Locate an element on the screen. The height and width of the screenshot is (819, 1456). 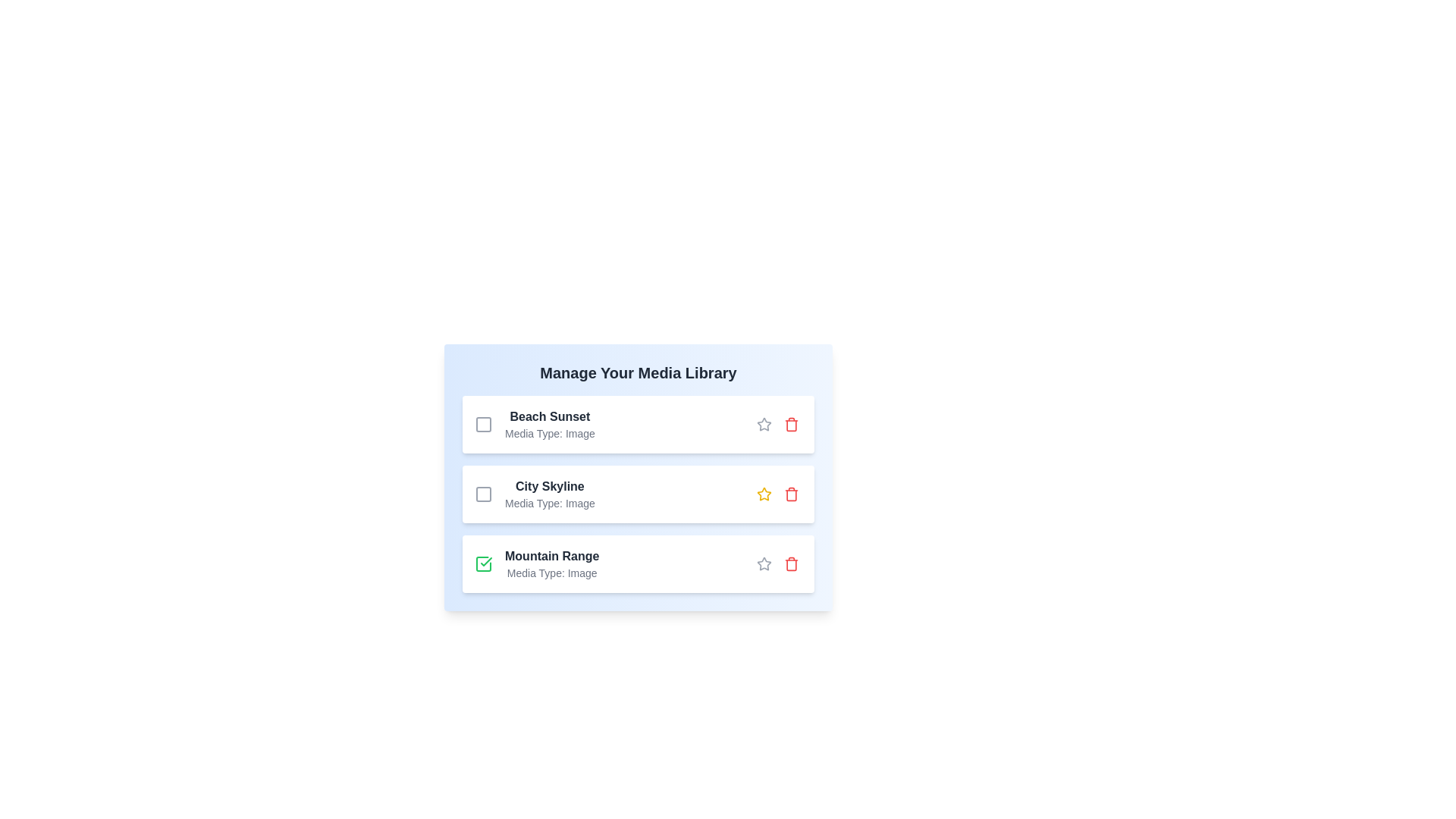
delete button for the media item titled 'City Skyline' is located at coordinates (790, 494).